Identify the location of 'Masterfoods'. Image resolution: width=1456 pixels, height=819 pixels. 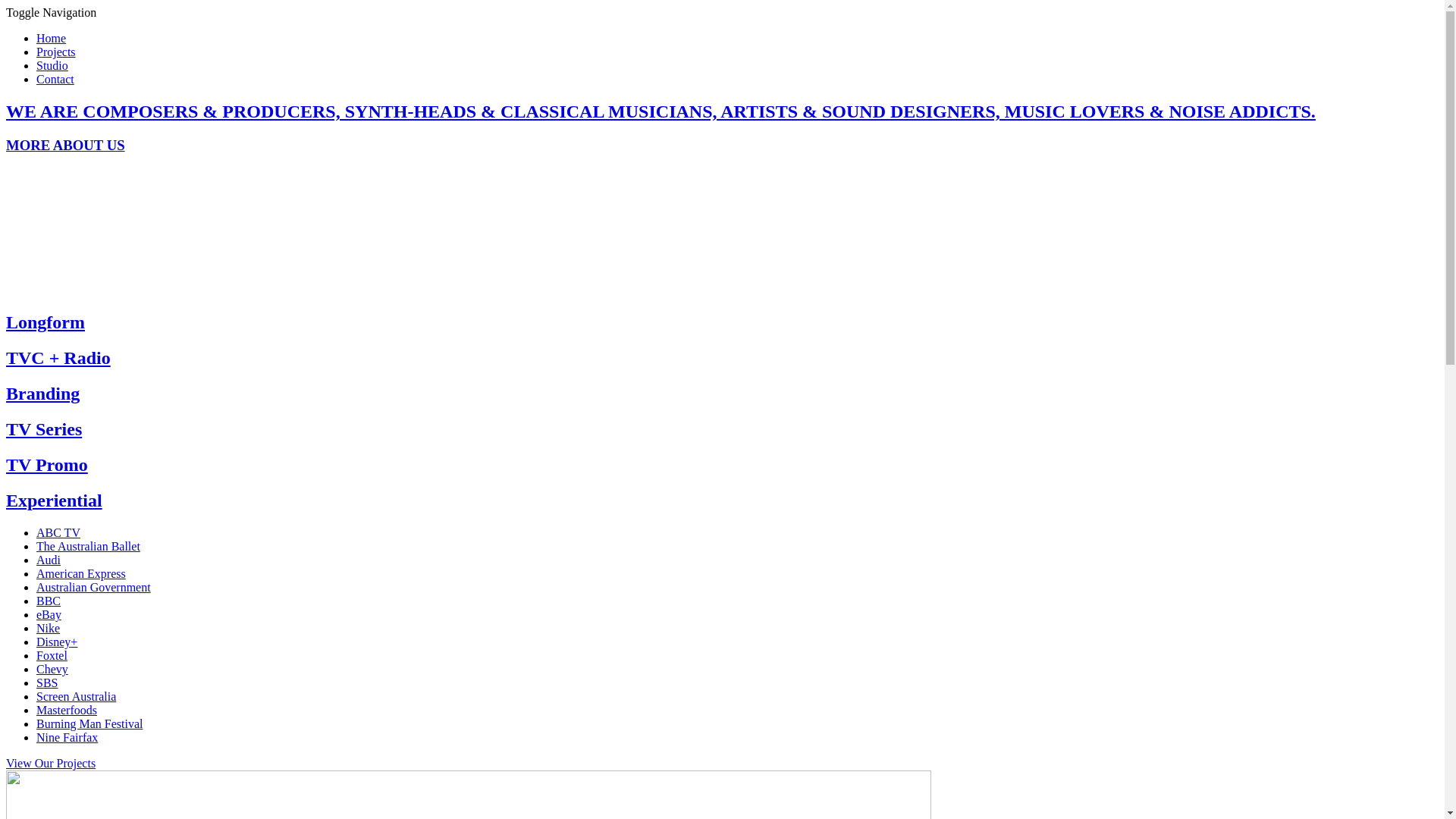
(65, 710).